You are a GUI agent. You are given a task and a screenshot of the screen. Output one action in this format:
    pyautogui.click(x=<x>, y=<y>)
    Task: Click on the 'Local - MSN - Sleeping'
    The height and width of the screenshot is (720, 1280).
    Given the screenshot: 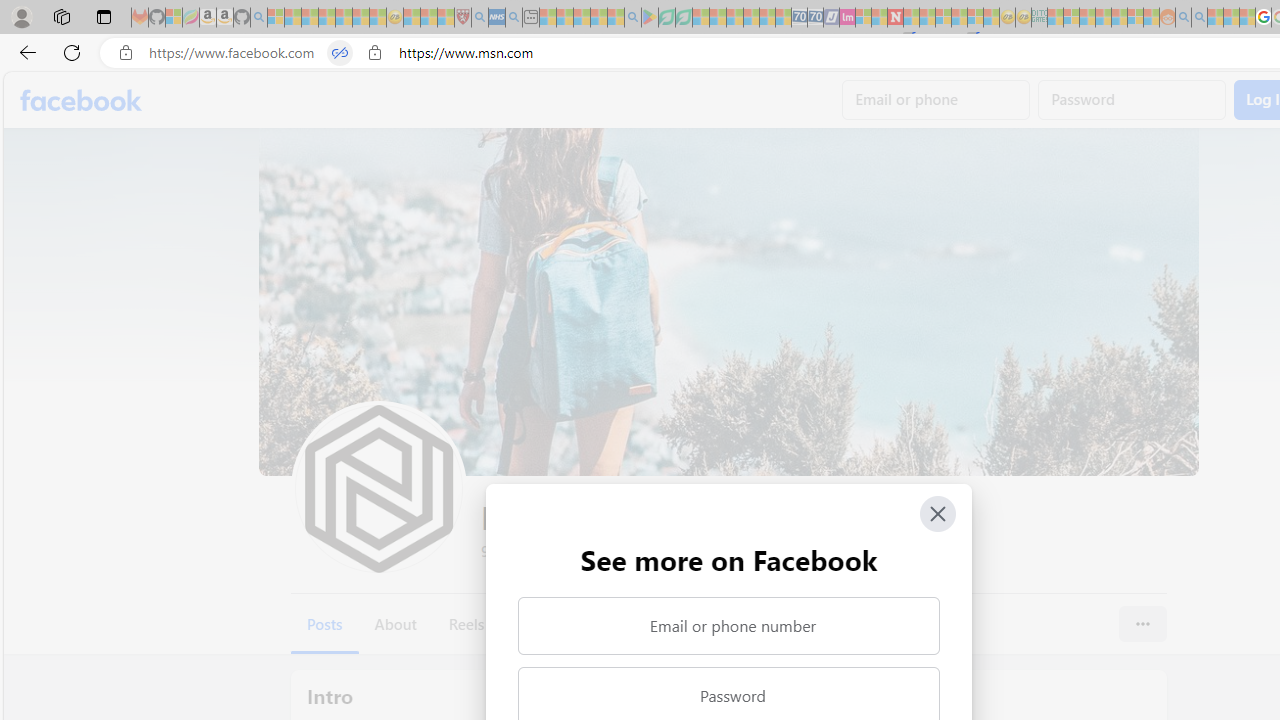 What is the action you would take?
    pyautogui.click(x=445, y=17)
    